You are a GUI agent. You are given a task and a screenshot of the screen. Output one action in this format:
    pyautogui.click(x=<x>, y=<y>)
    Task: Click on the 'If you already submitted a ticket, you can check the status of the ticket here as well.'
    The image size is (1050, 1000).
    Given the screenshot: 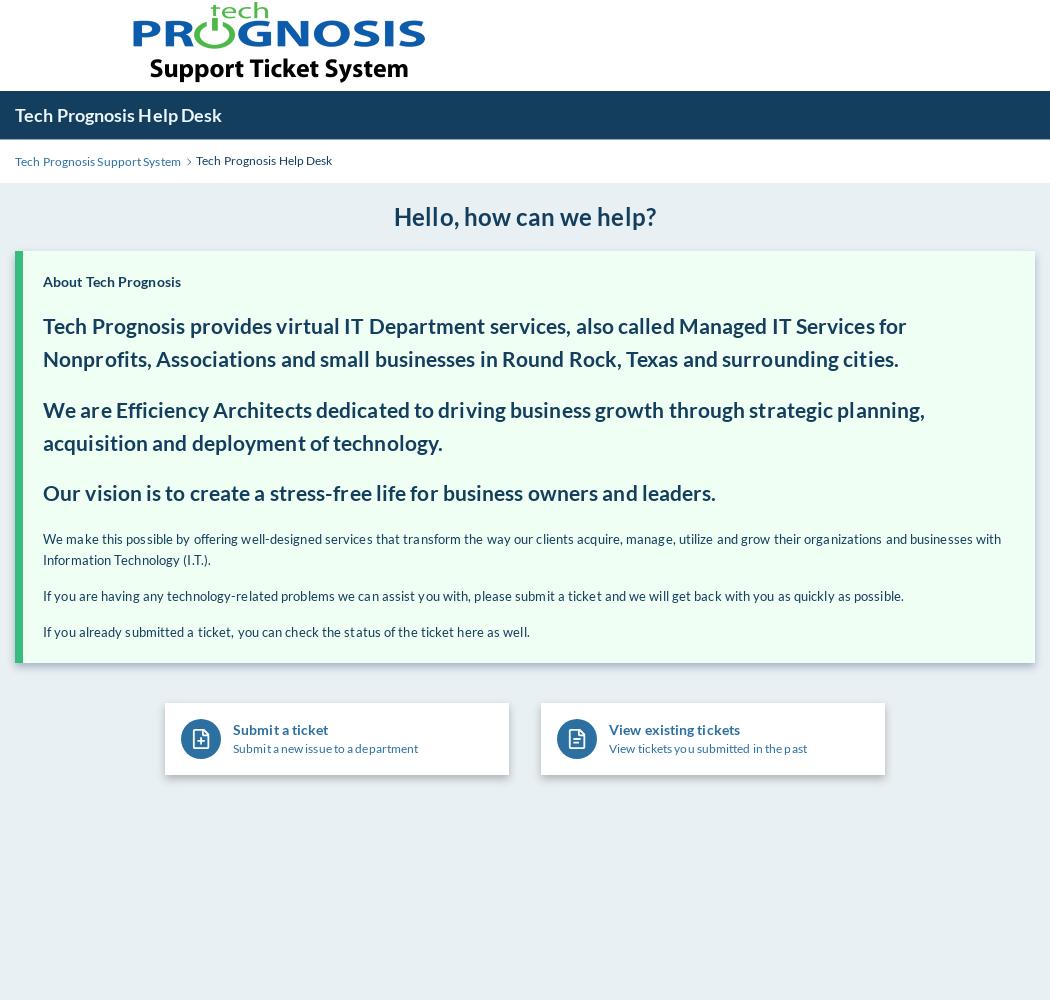 What is the action you would take?
    pyautogui.click(x=285, y=632)
    